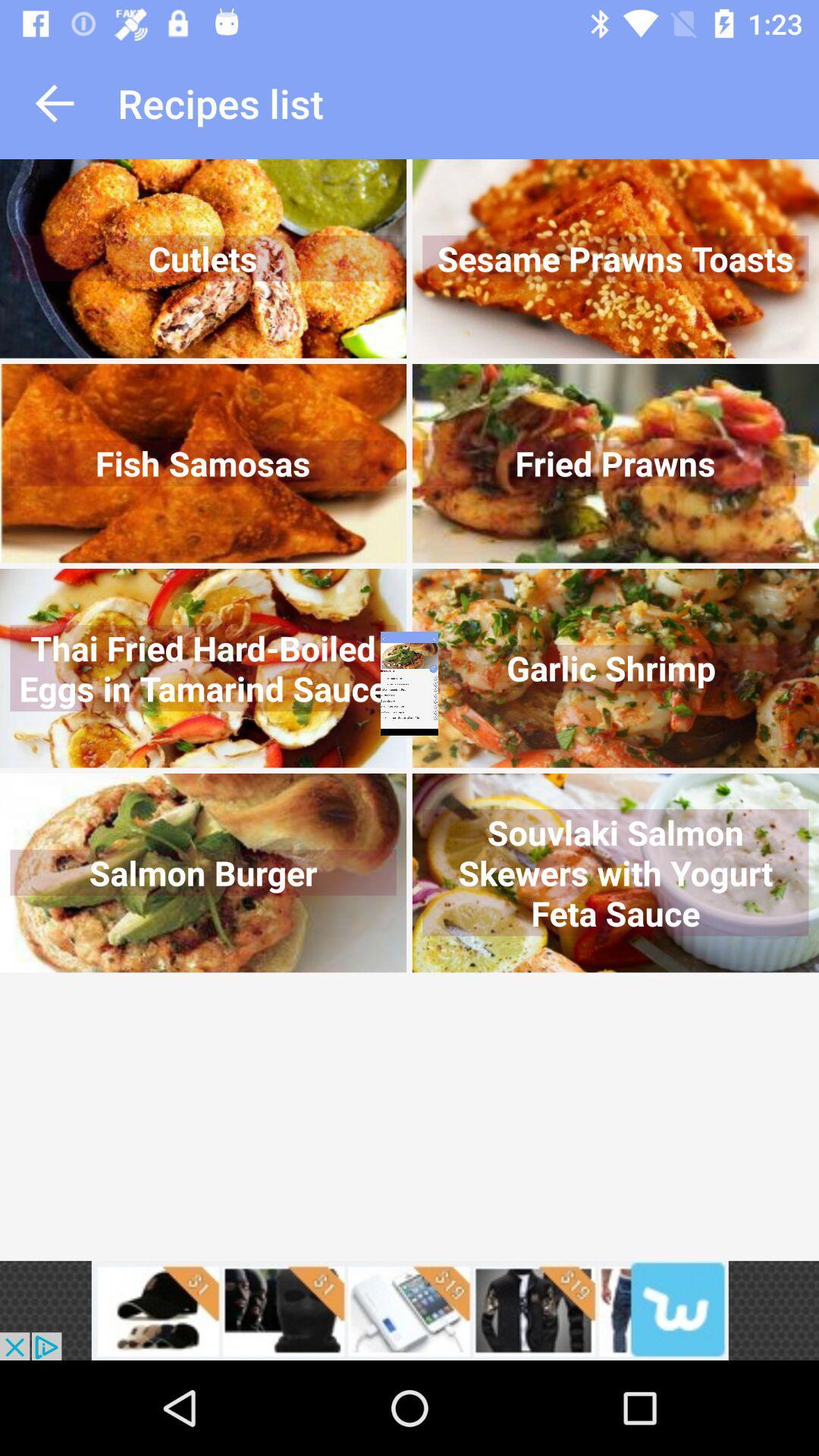 Image resolution: width=819 pixels, height=1456 pixels. I want to click on go back, so click(54, 102).